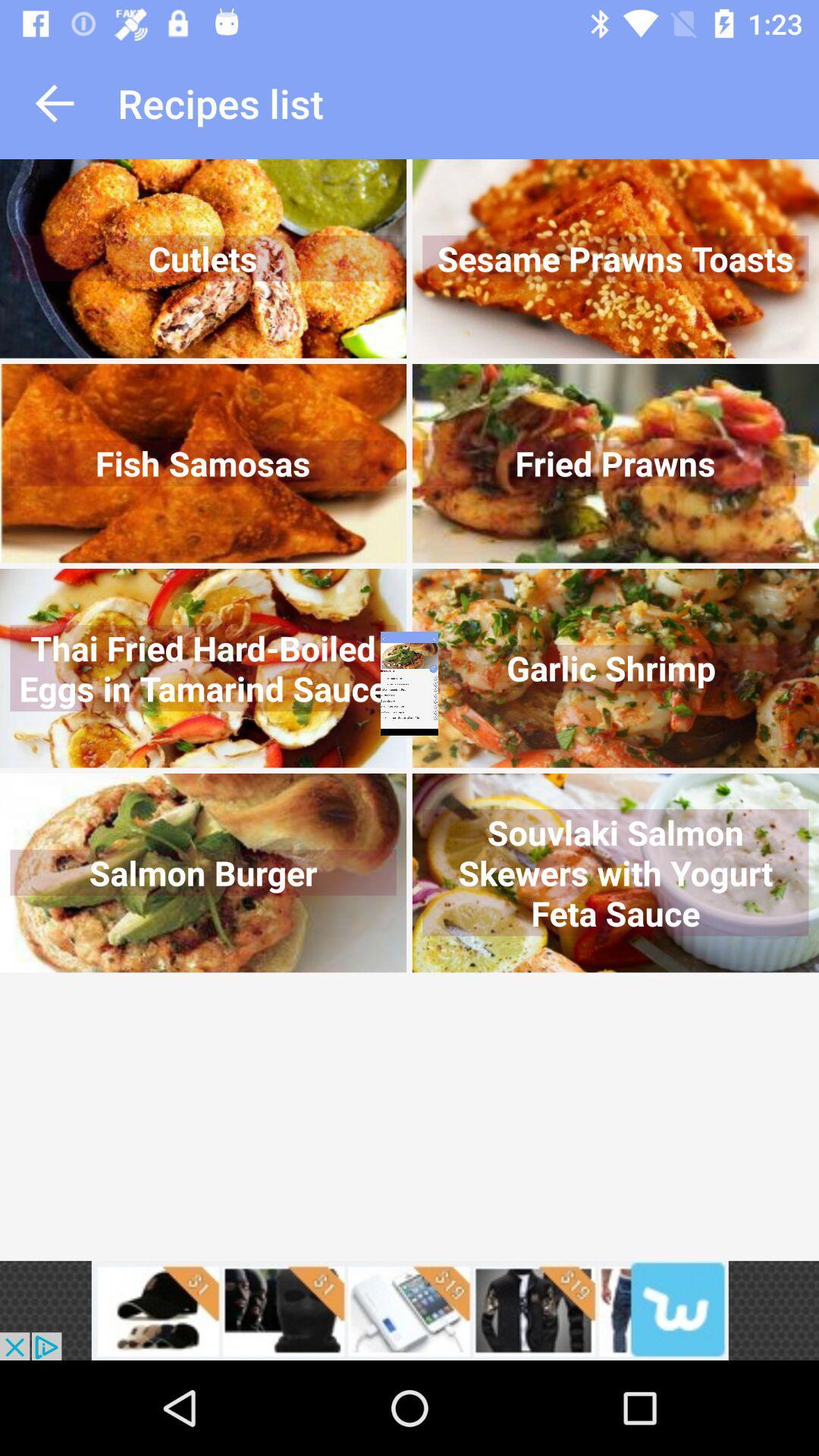 Image resolution: width=819 pixels, height=1456 pixels. I want to click on go back, so click(54, 102).